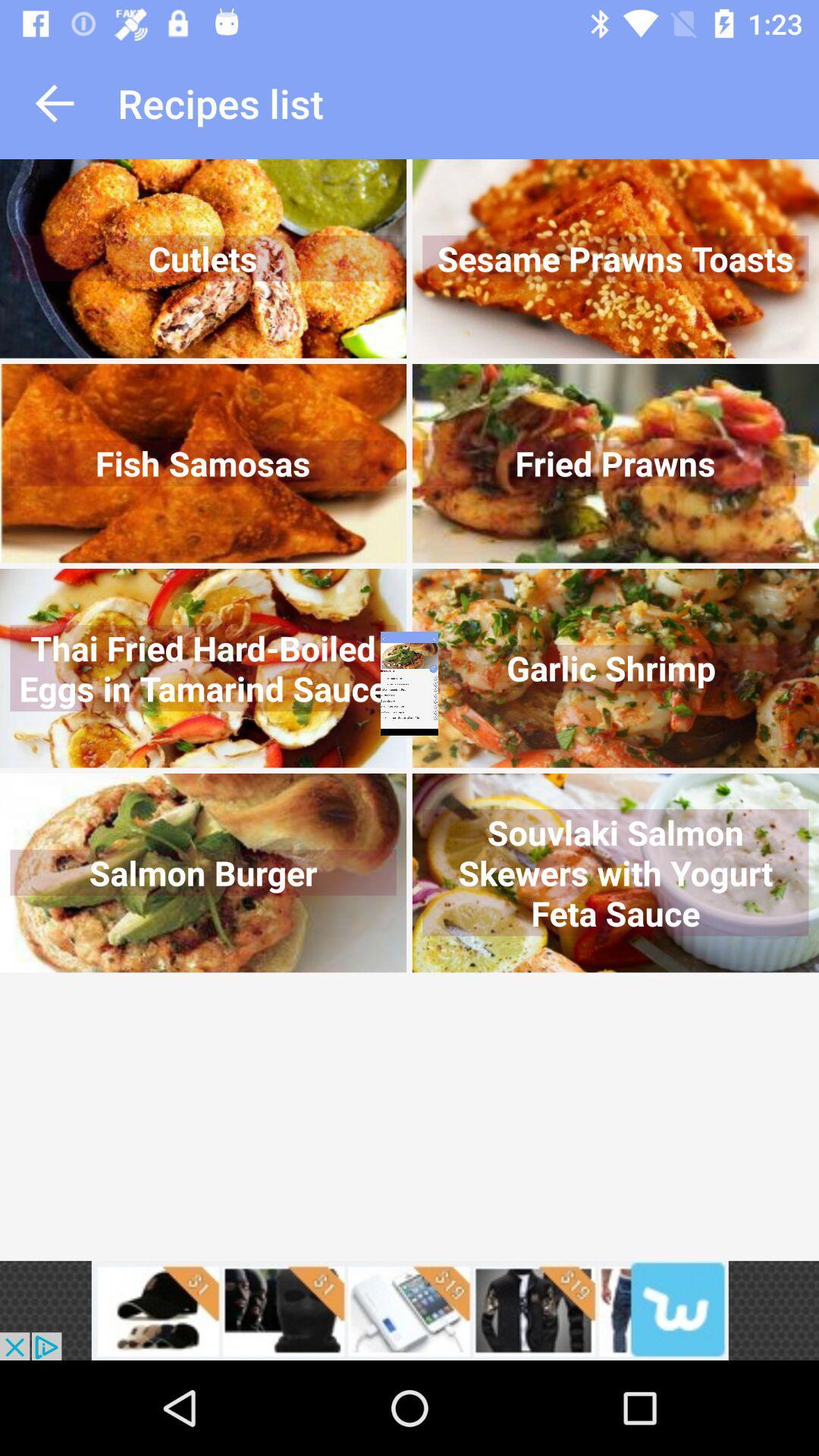 Image resolution: width=819 pixels, height=1456 pixels. I want to click on go back, so click(54, 102).